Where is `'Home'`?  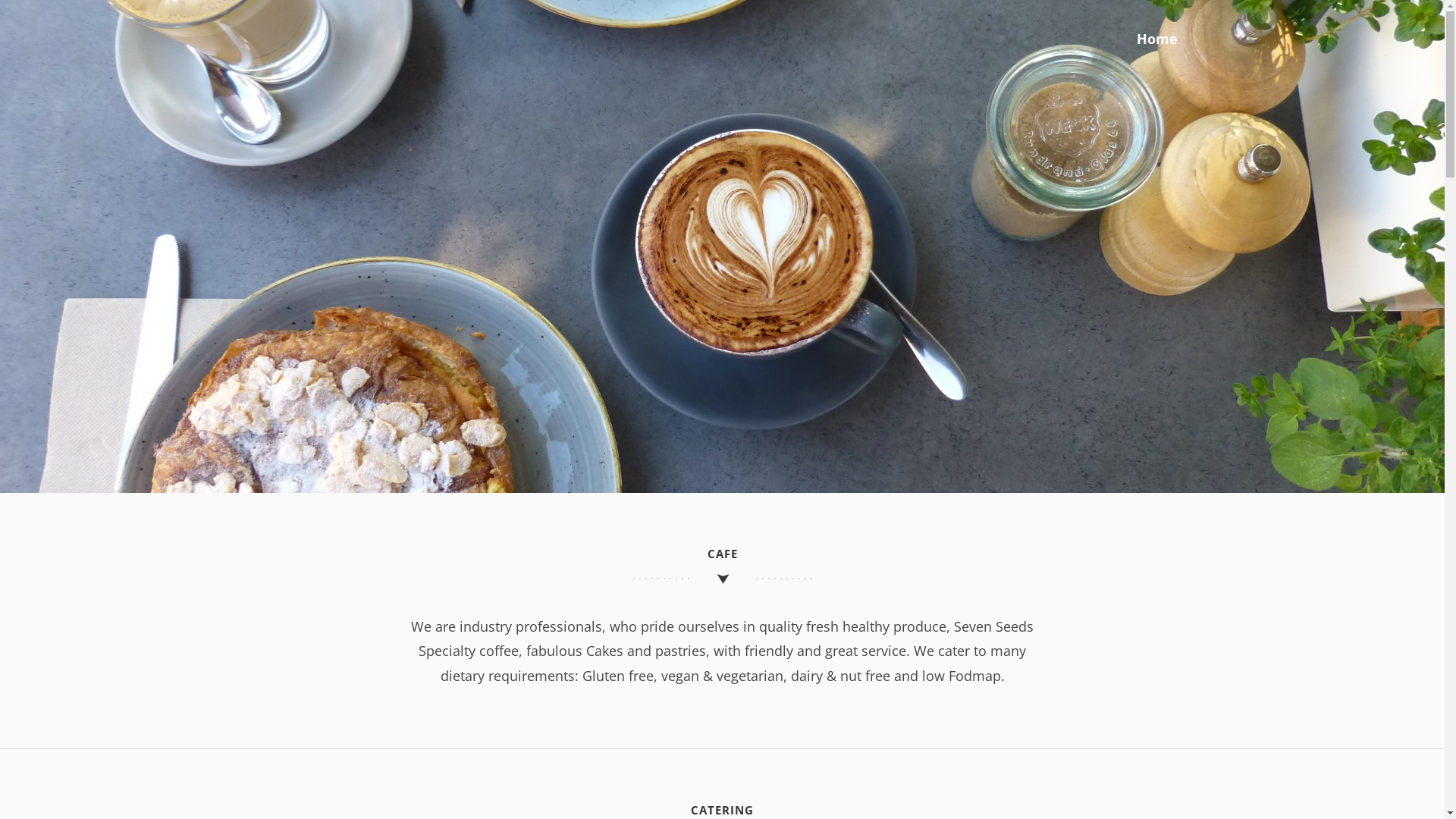
'Home' is located at coordinates (1156, 37).